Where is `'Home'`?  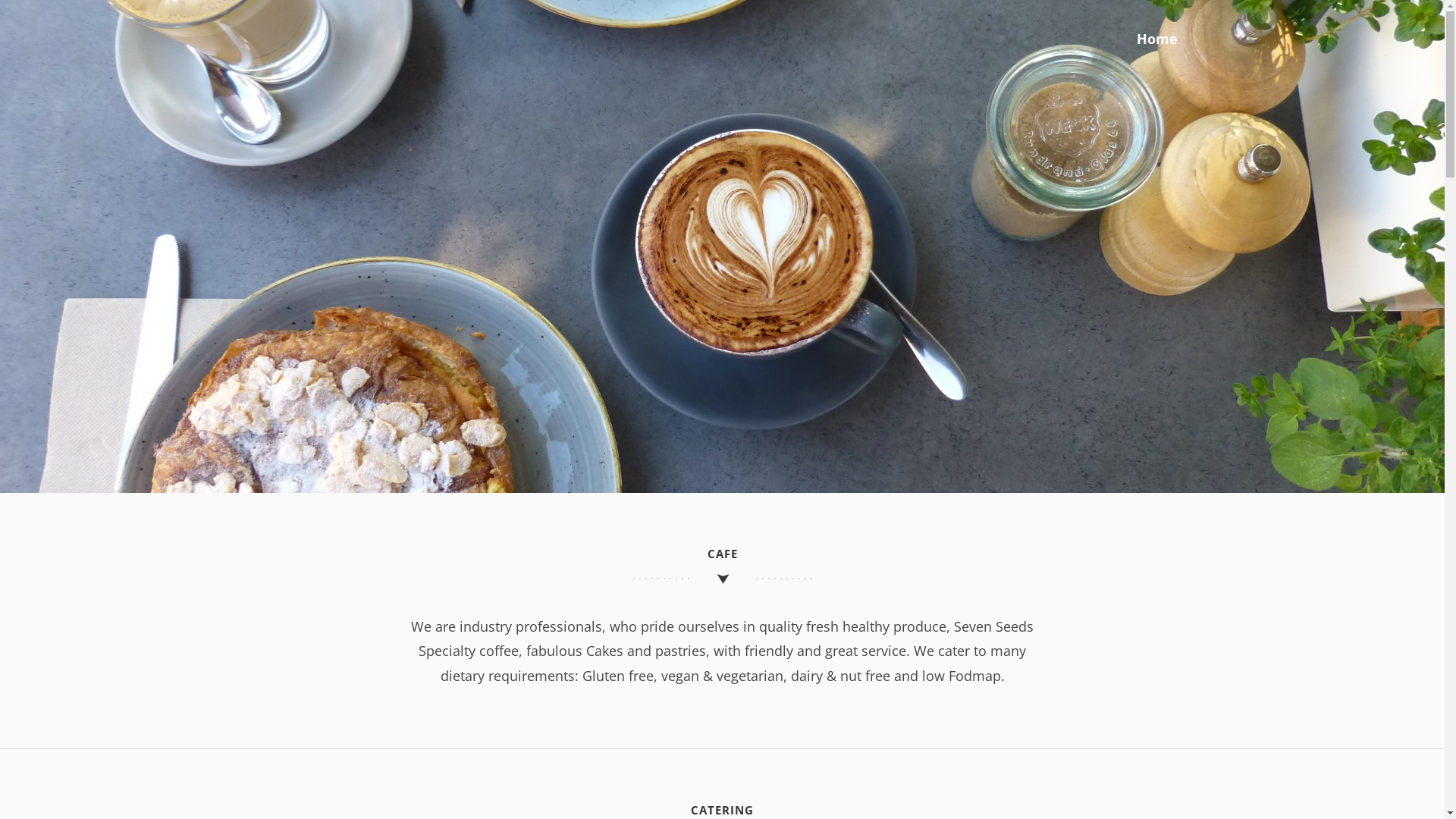
'Home' is located at coordinates (1156, 37).